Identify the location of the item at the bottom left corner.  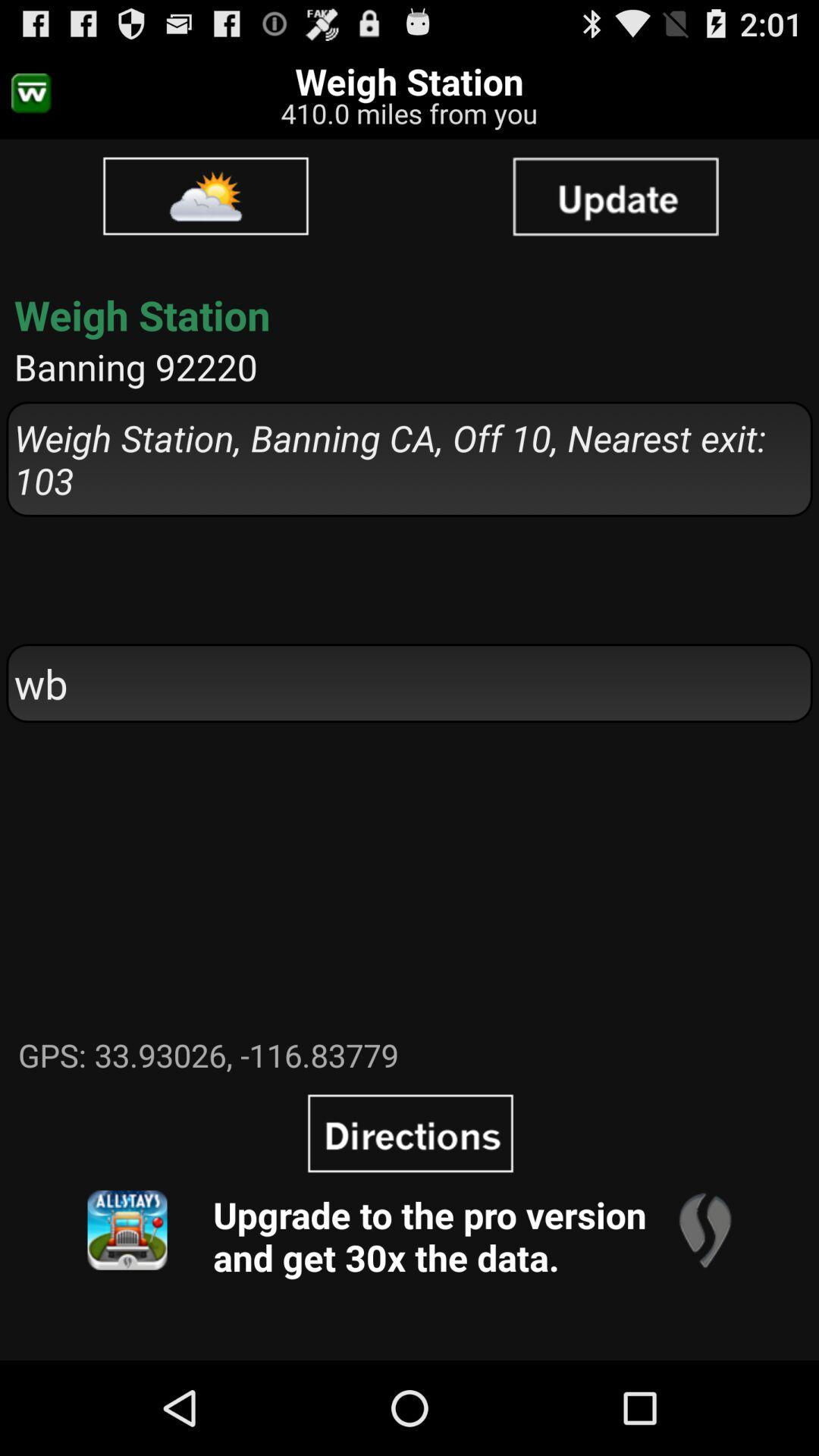
(127, 1230).